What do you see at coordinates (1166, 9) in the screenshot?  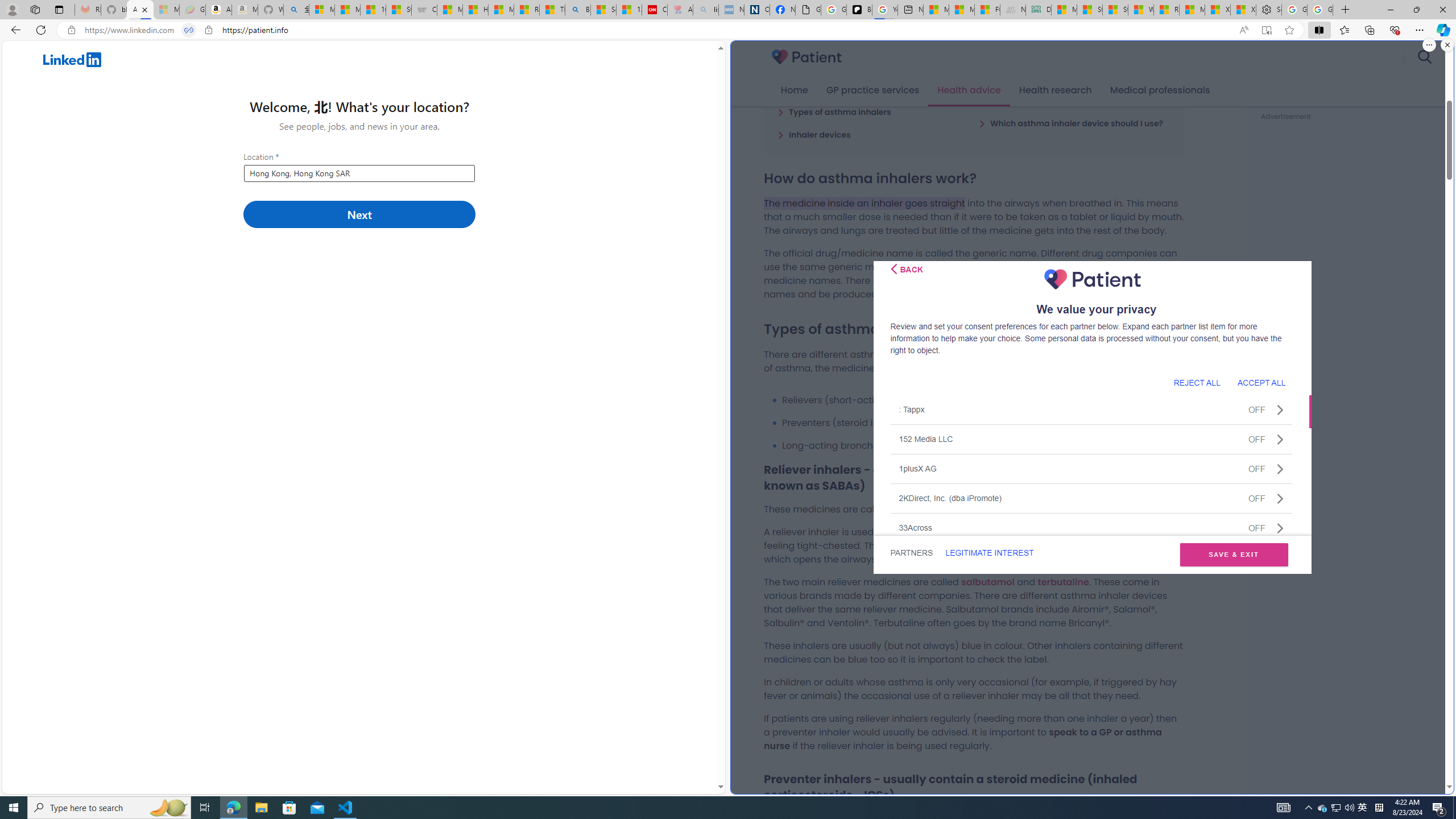 I see `'R******* | Trusted Community Engagement and Contributions'` at bounding box center [1166, 9].